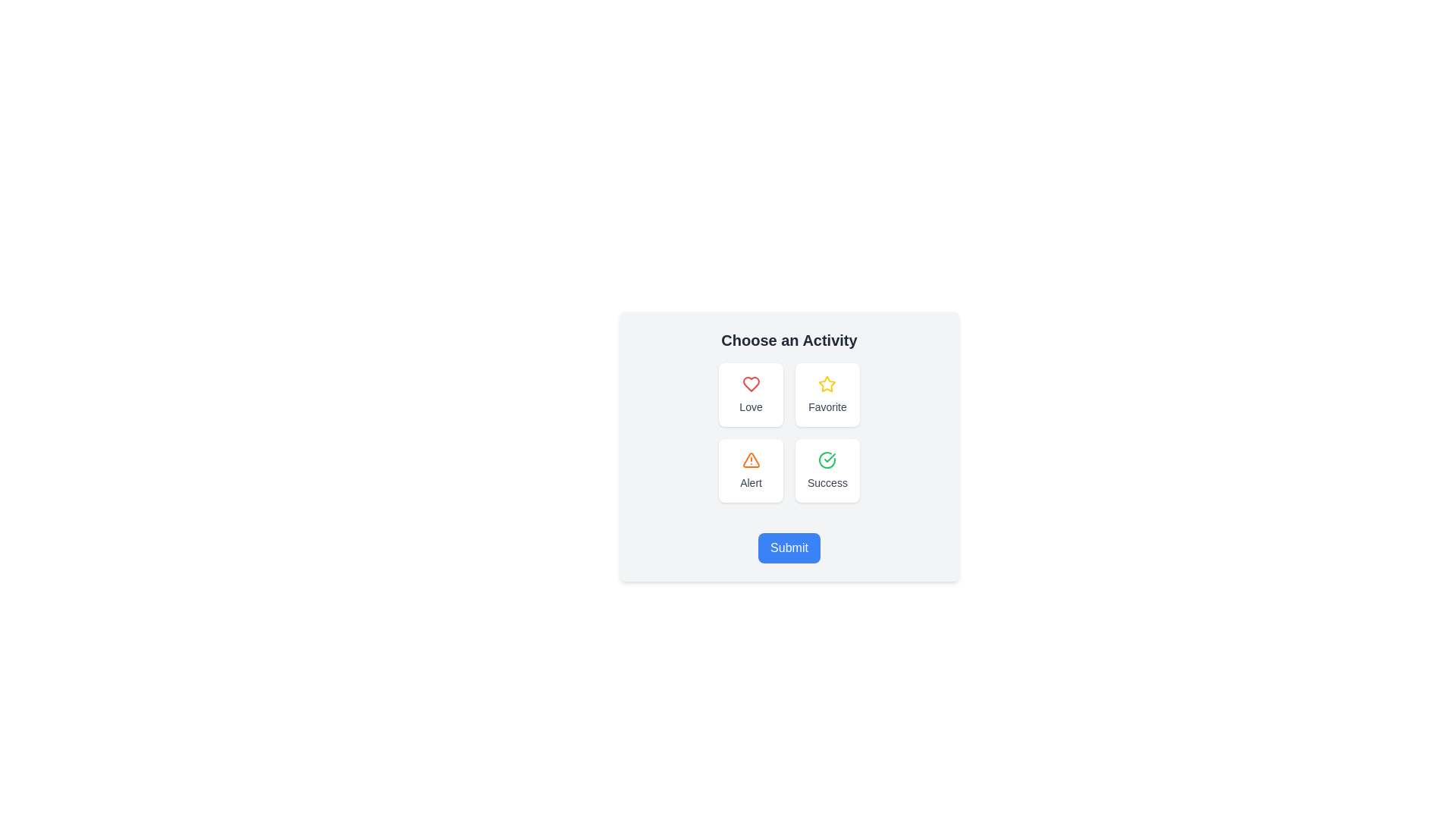 The width and height of the screenshot is (1456, 819). Describe the element at coordinates (751, 383) in the screenshot. I see `the 'Love' or 'Favorite' icon located in the top-left corner of the 'Choose an Activity' grid, positioned above the 'Love' label` at that location.